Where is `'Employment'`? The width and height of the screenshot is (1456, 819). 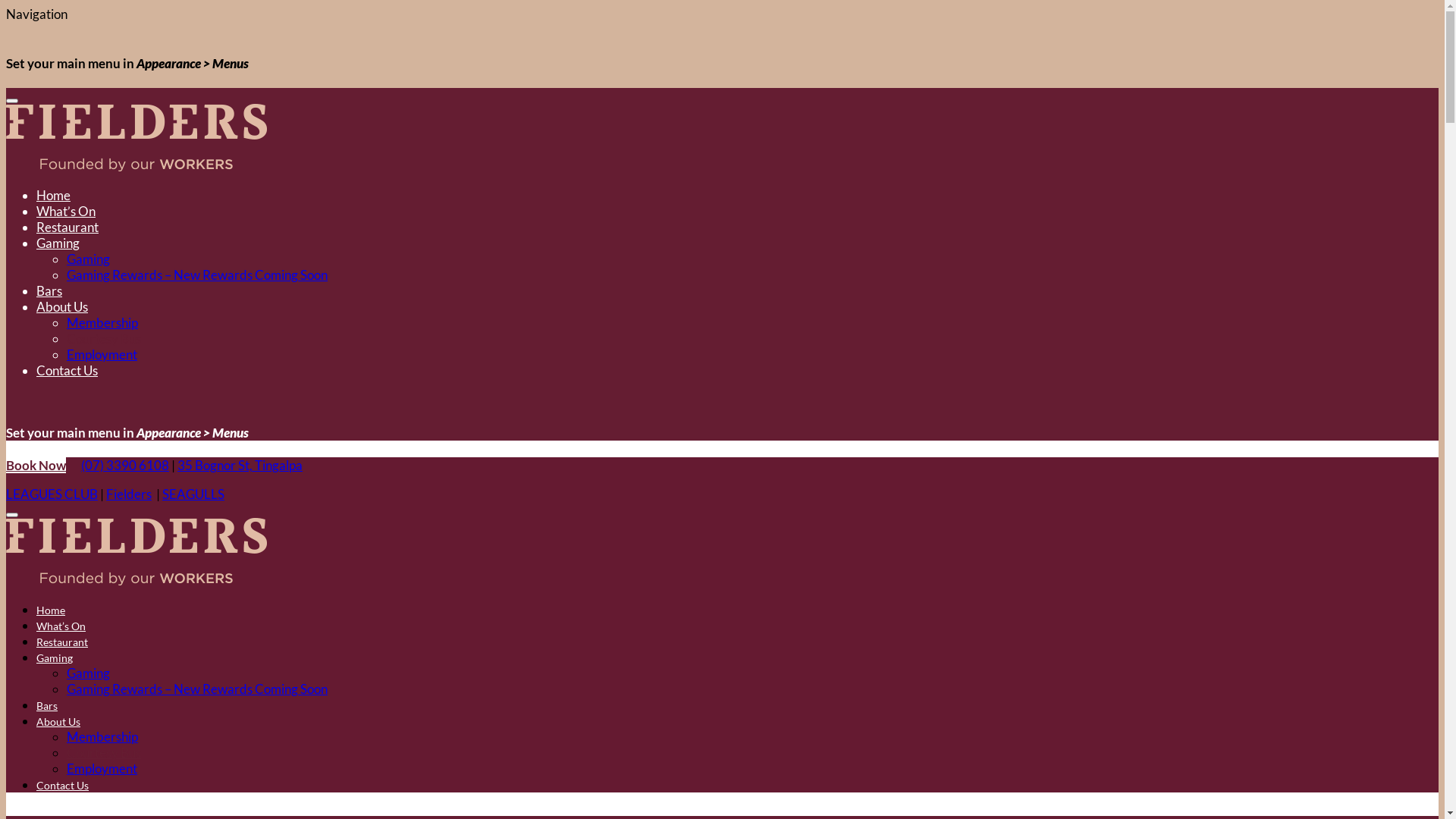 'Employment' is located at coordinates (101, 768).